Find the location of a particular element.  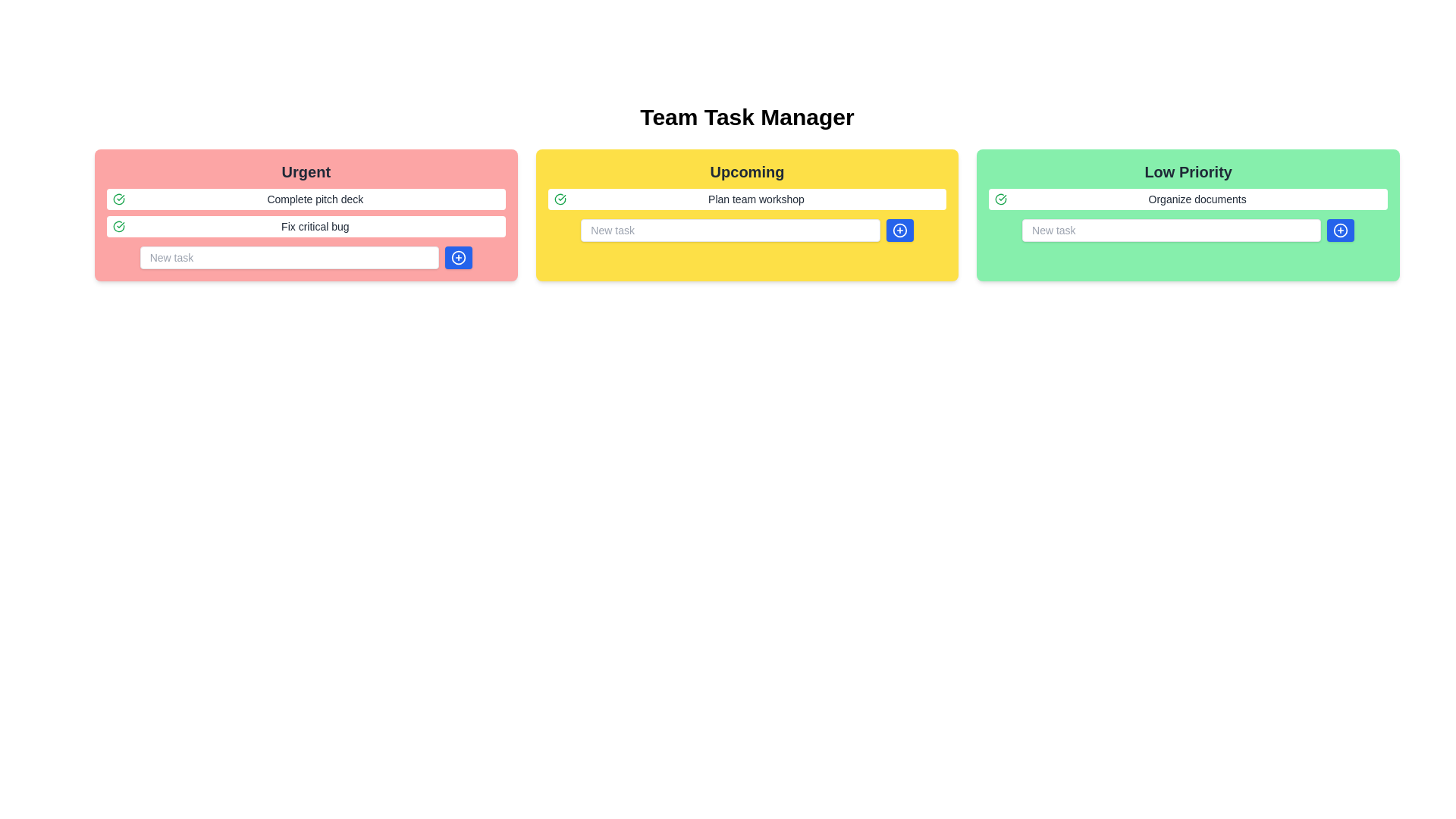

the green circular check mark icon indicating the status of the 'Complete pitch deck' task located on the left-hand side of the task row is located at coordinates (118, 198).